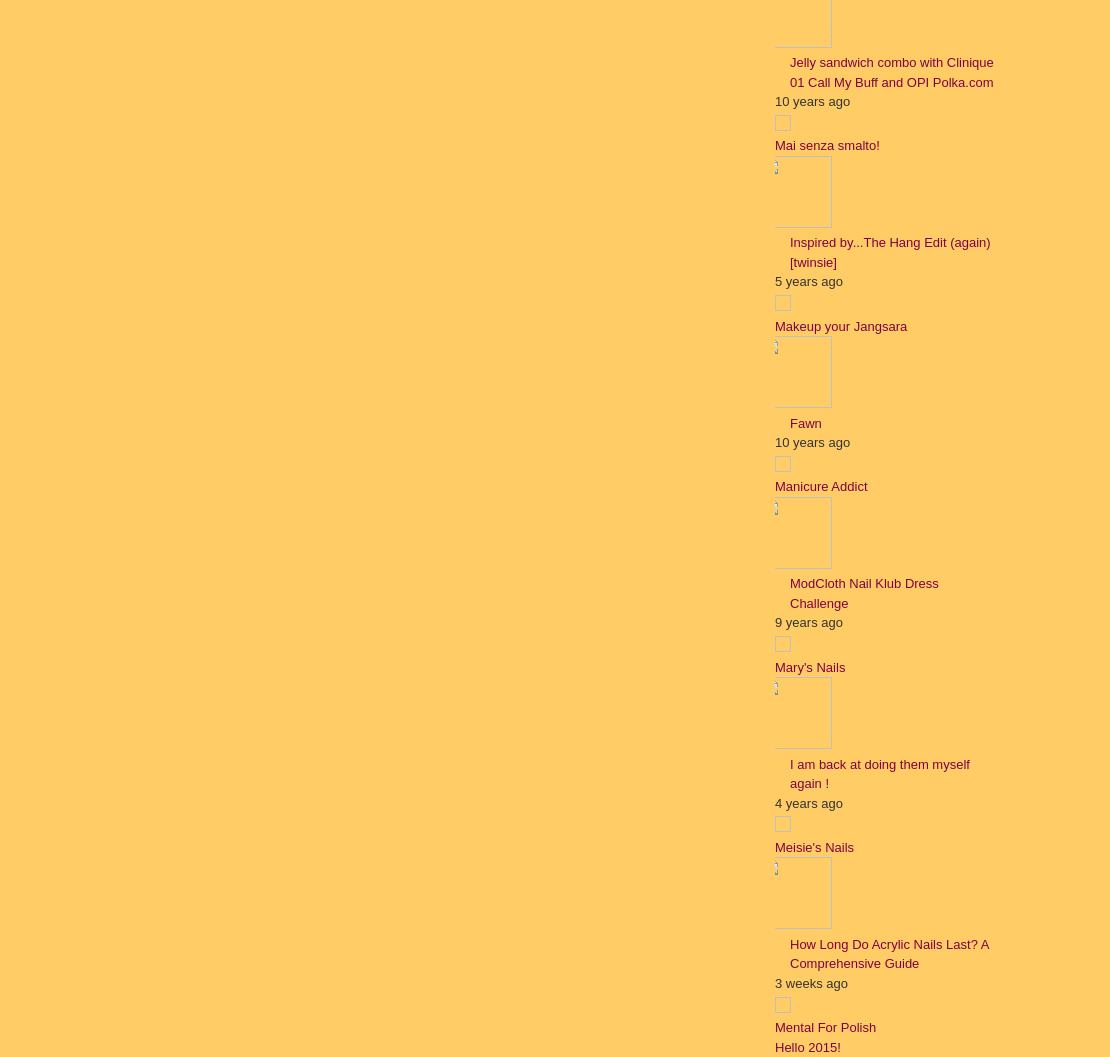 The image size is (1110, 1057). Describe the element at coordinates (825, 1026) in the screenshot. I see `'Mental For Polish'` at that location.